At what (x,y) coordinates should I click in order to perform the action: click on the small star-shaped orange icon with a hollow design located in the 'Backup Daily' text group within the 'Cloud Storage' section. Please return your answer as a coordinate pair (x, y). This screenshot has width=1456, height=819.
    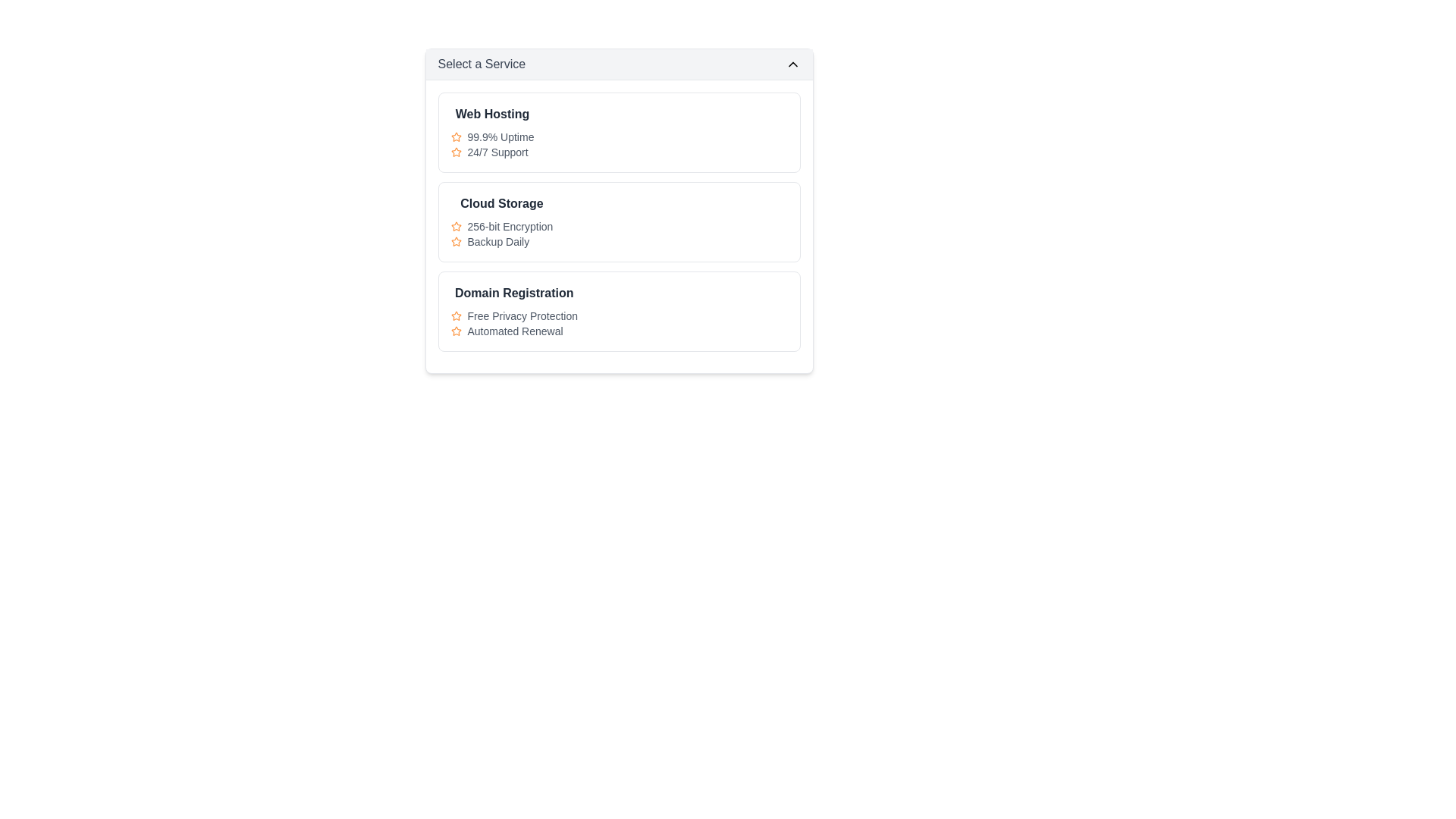
    Looking at the image, I should click on (455, 241).